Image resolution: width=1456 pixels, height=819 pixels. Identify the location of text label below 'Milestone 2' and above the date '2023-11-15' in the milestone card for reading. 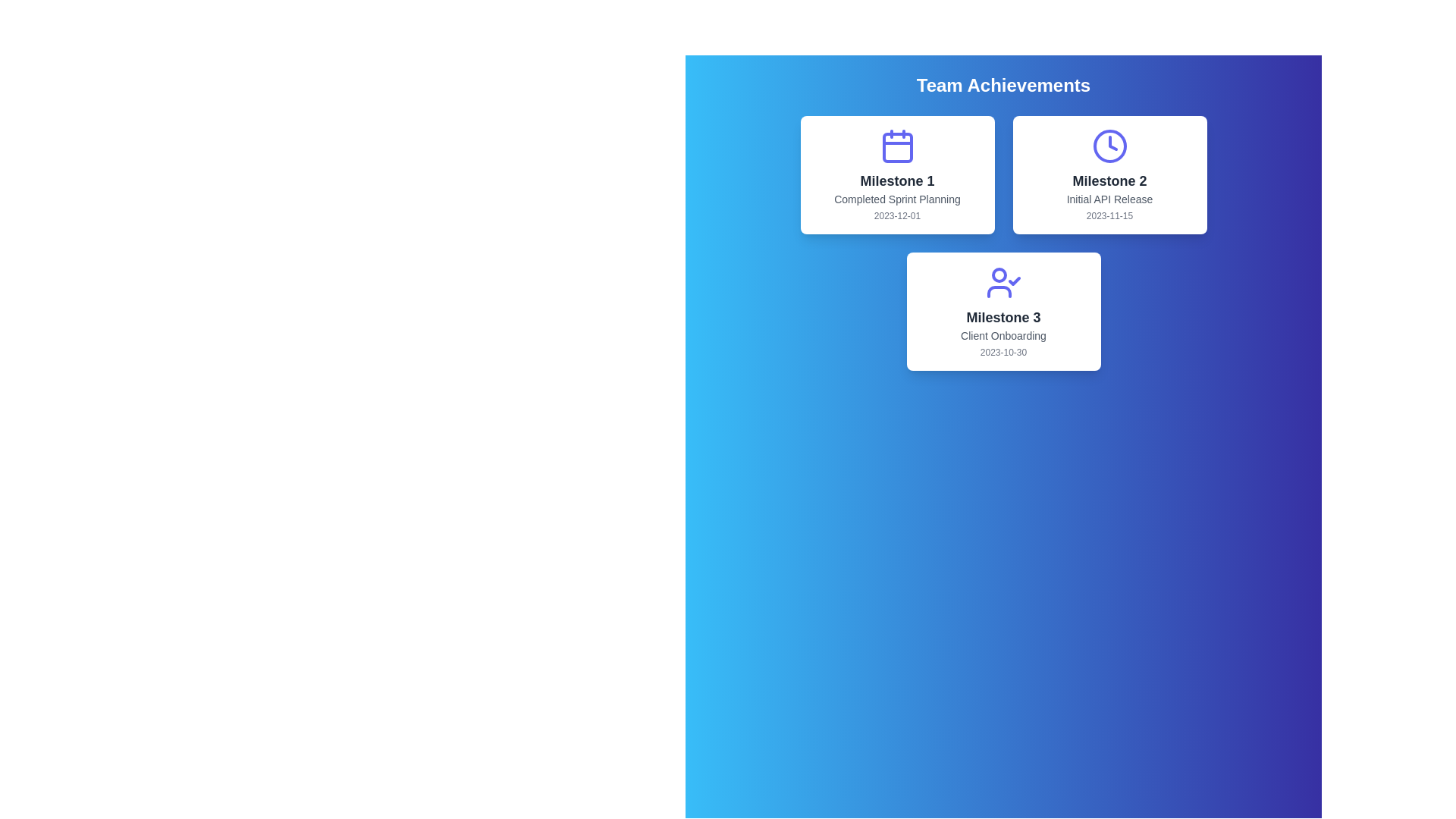
(1109, 198).